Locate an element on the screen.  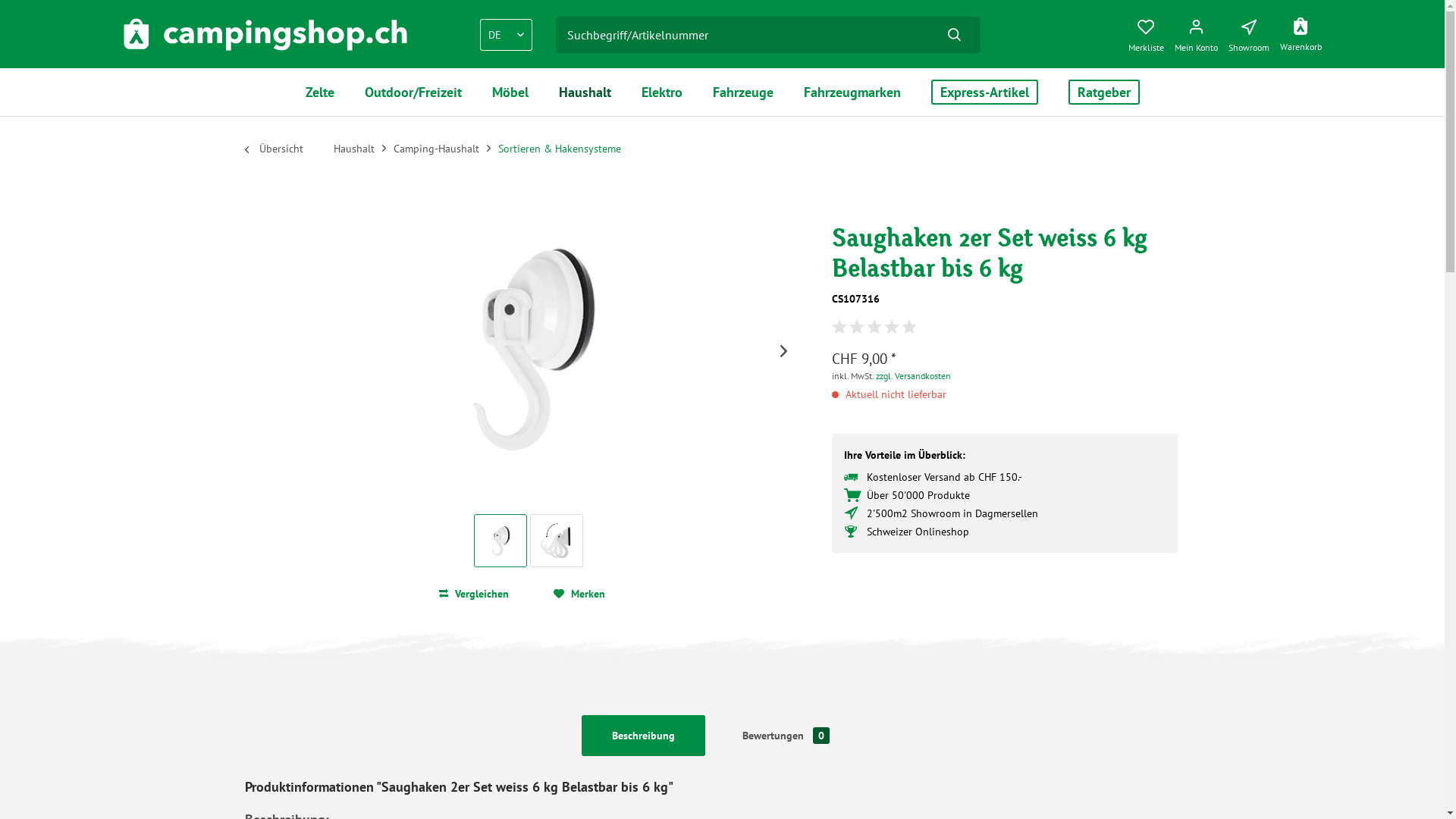
'Mein Konto' is located at coordinates (1198, 32).